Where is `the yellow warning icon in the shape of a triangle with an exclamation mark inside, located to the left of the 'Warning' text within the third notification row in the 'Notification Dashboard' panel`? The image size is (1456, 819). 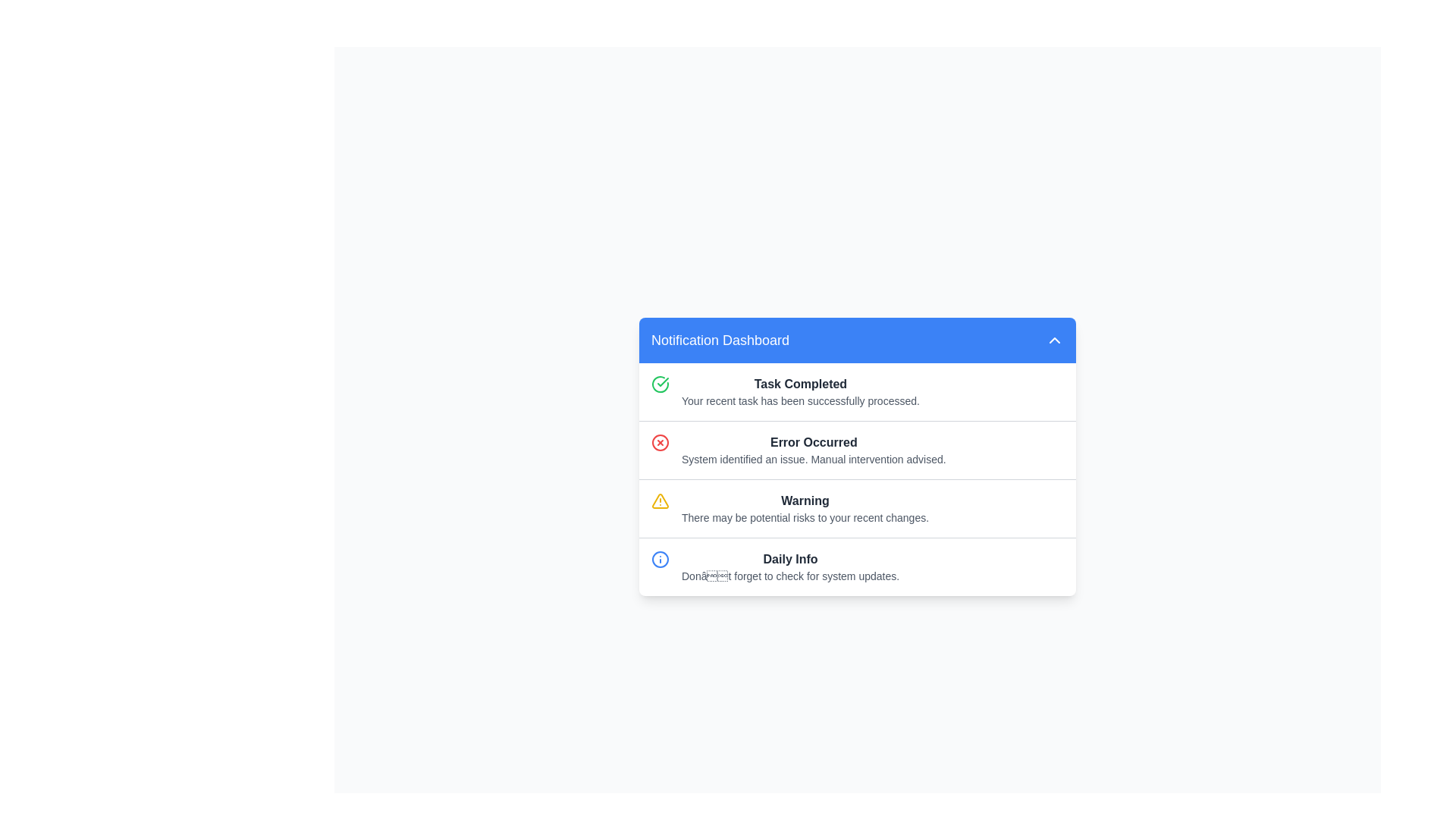
the yellow warning icon in the shape of a triangle with an exclamation mark inside, located to the left of the 'Warning' text within the third notification row in the 'Notification Dashboard' panel is located at coordinates (660, 508).